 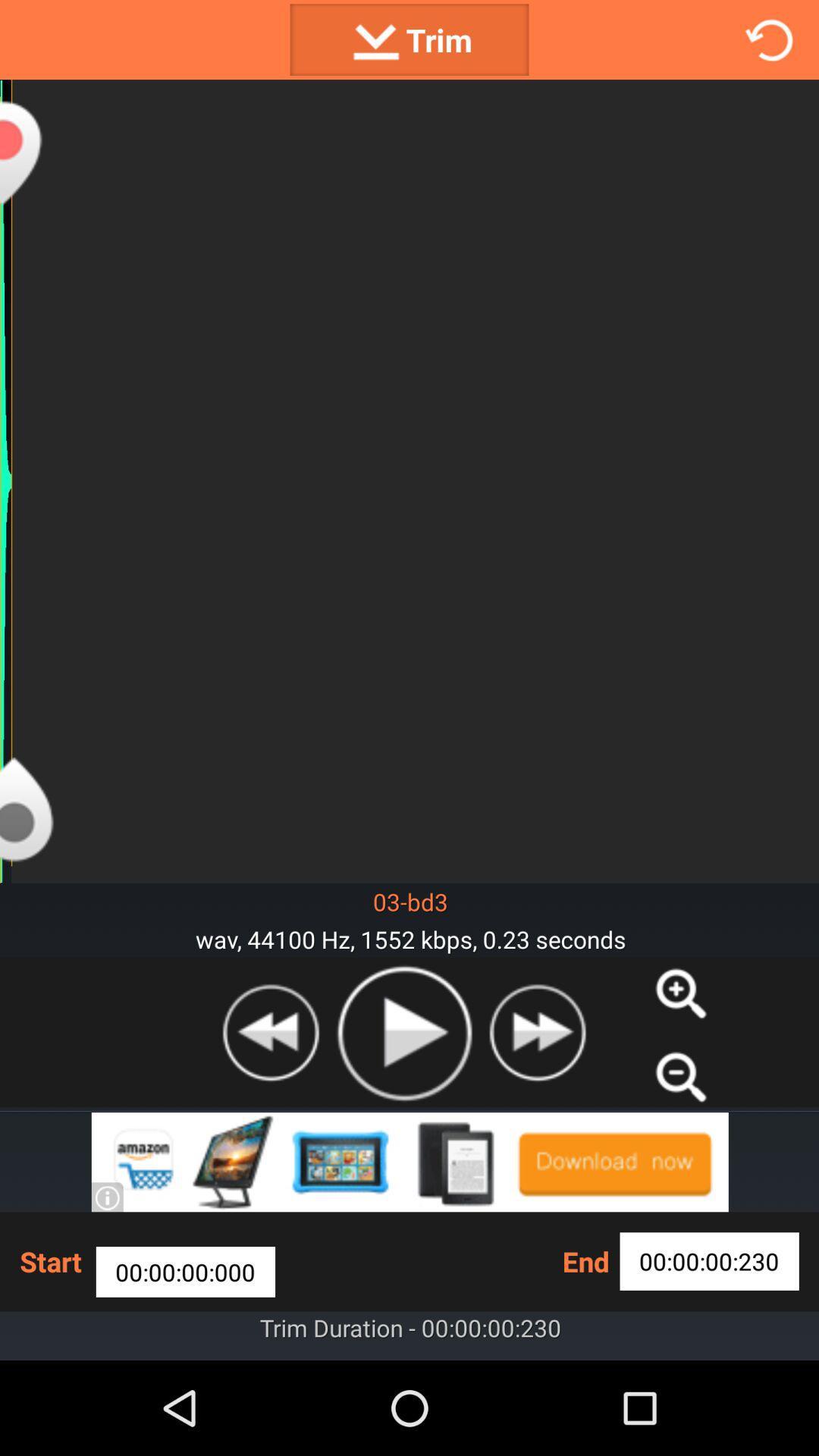 What do you see at coordinates (680, 993) in the screenshot?
I see `zoom in` at bounding box center [680, 993].